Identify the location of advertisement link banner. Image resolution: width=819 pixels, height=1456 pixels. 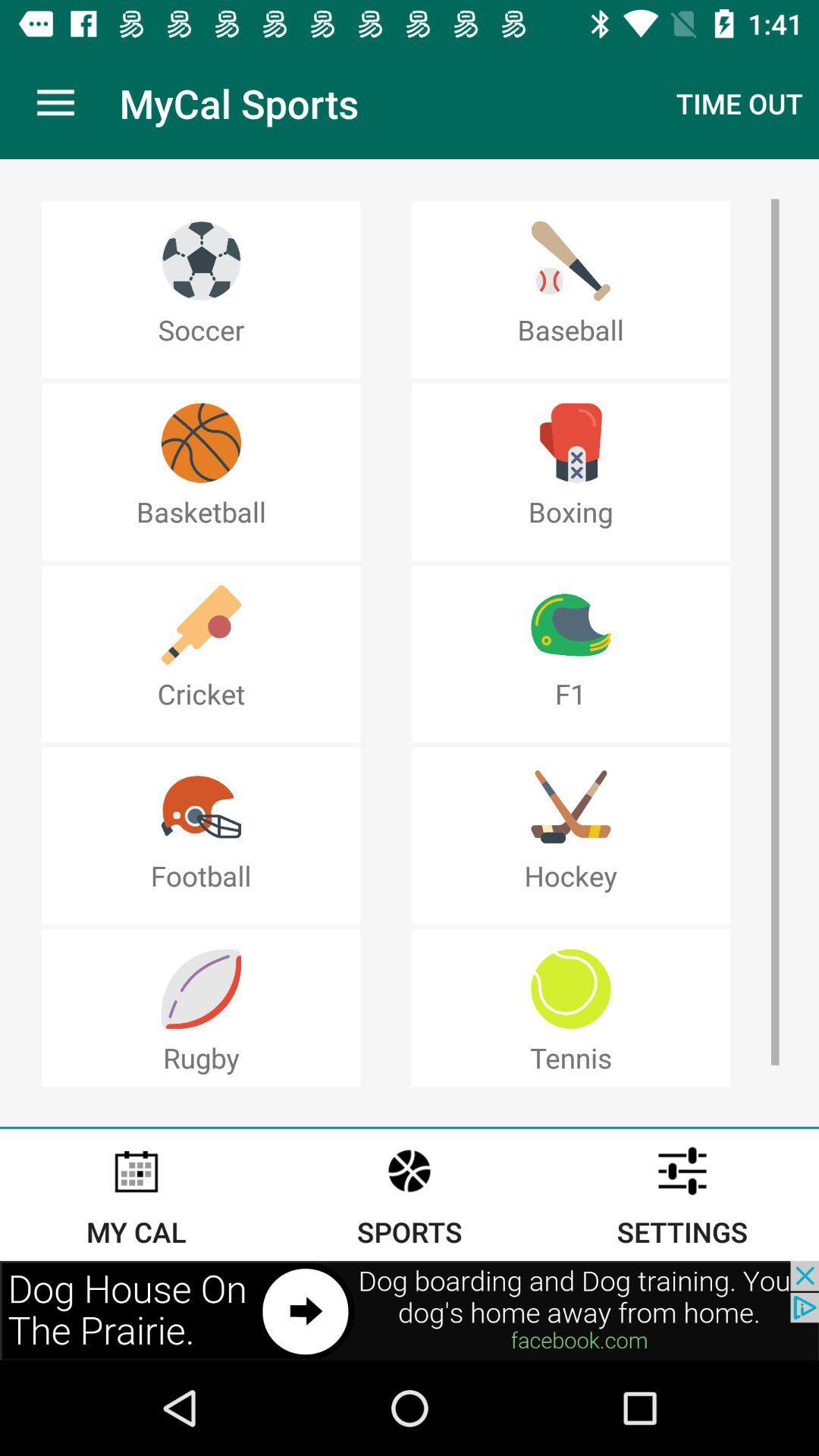
(409, 1310).